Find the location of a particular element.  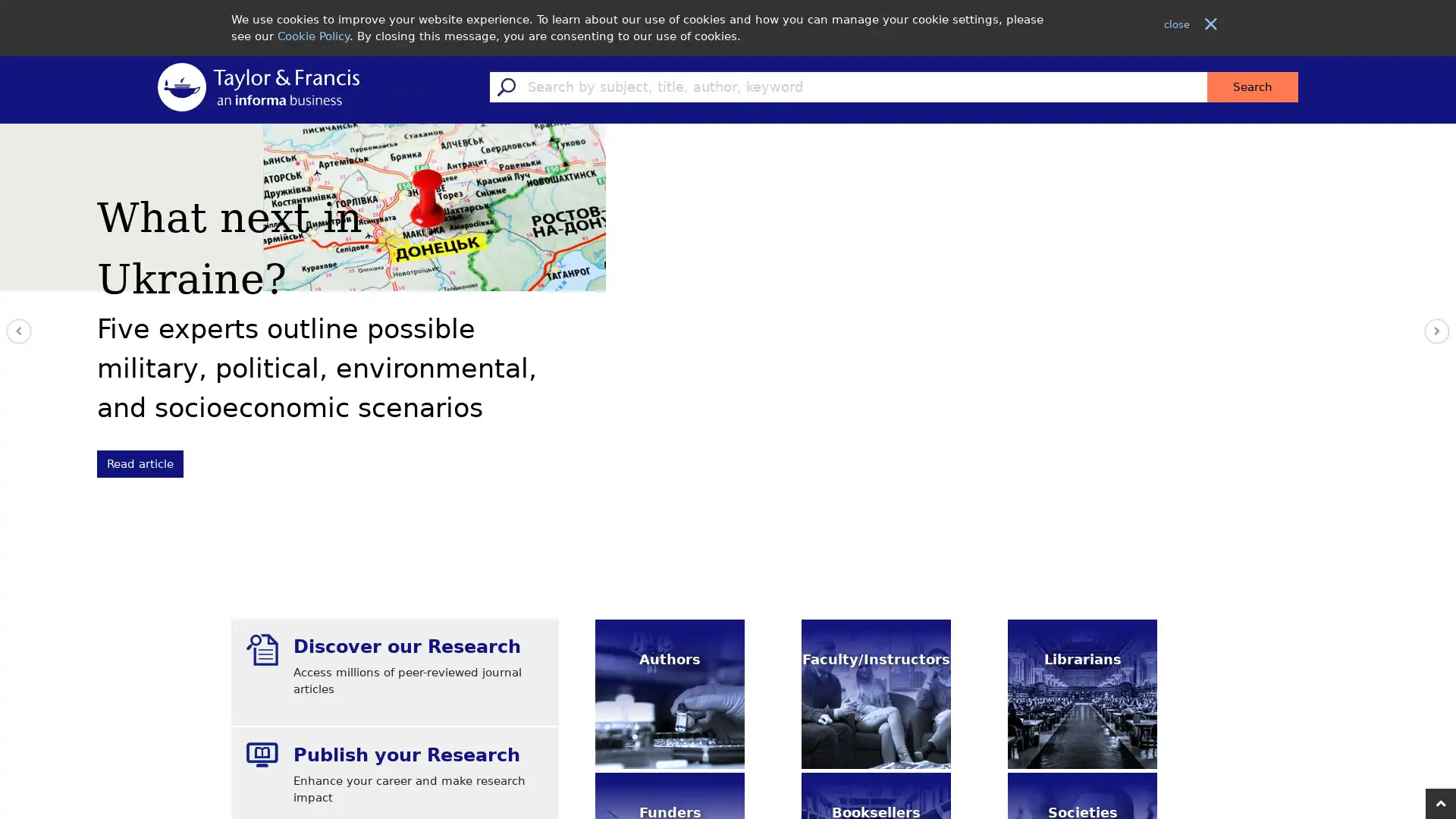

Search is located at coordinates (1252, 86).